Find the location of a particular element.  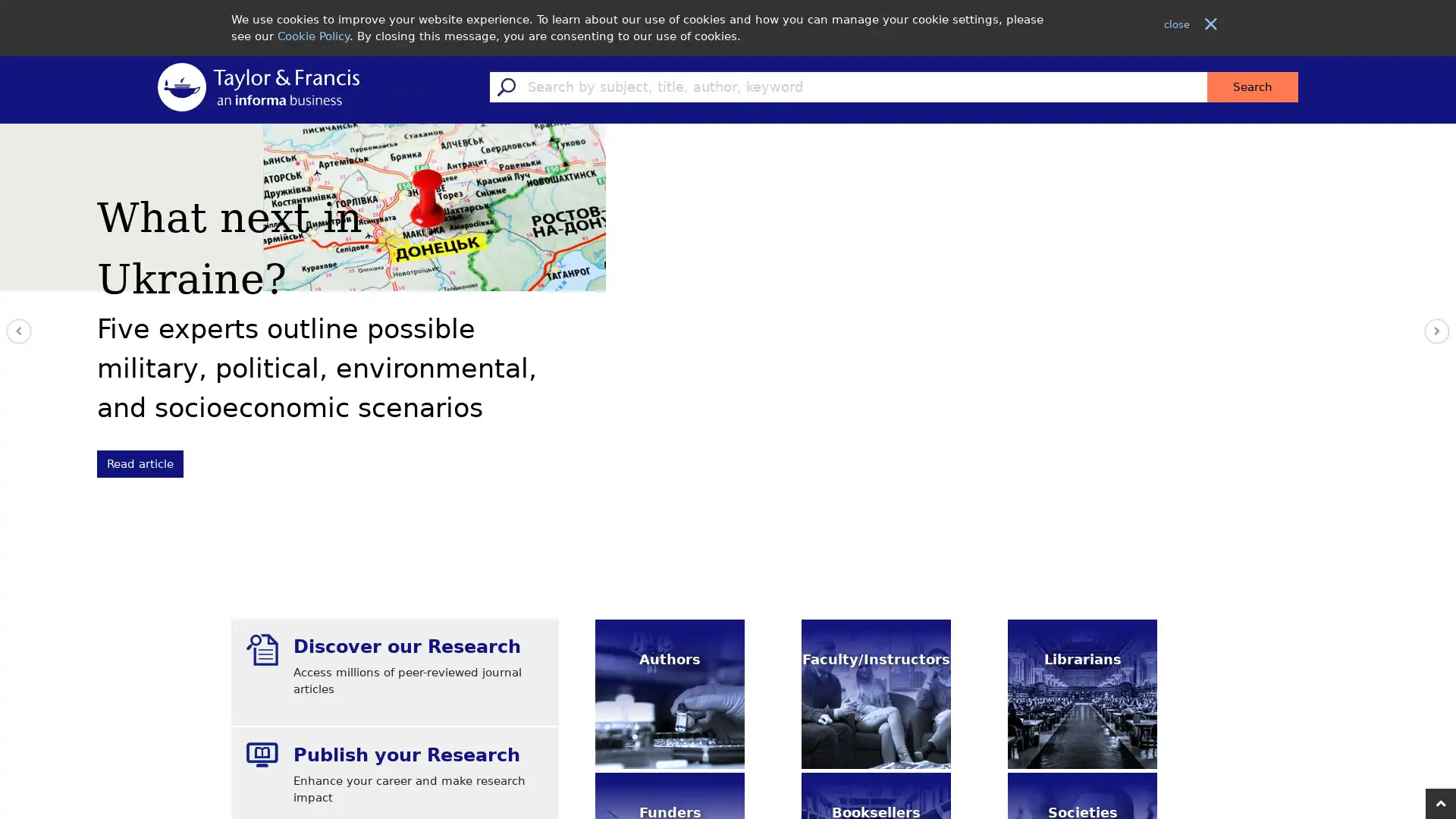

Search is located at coordinates (1252, 86).